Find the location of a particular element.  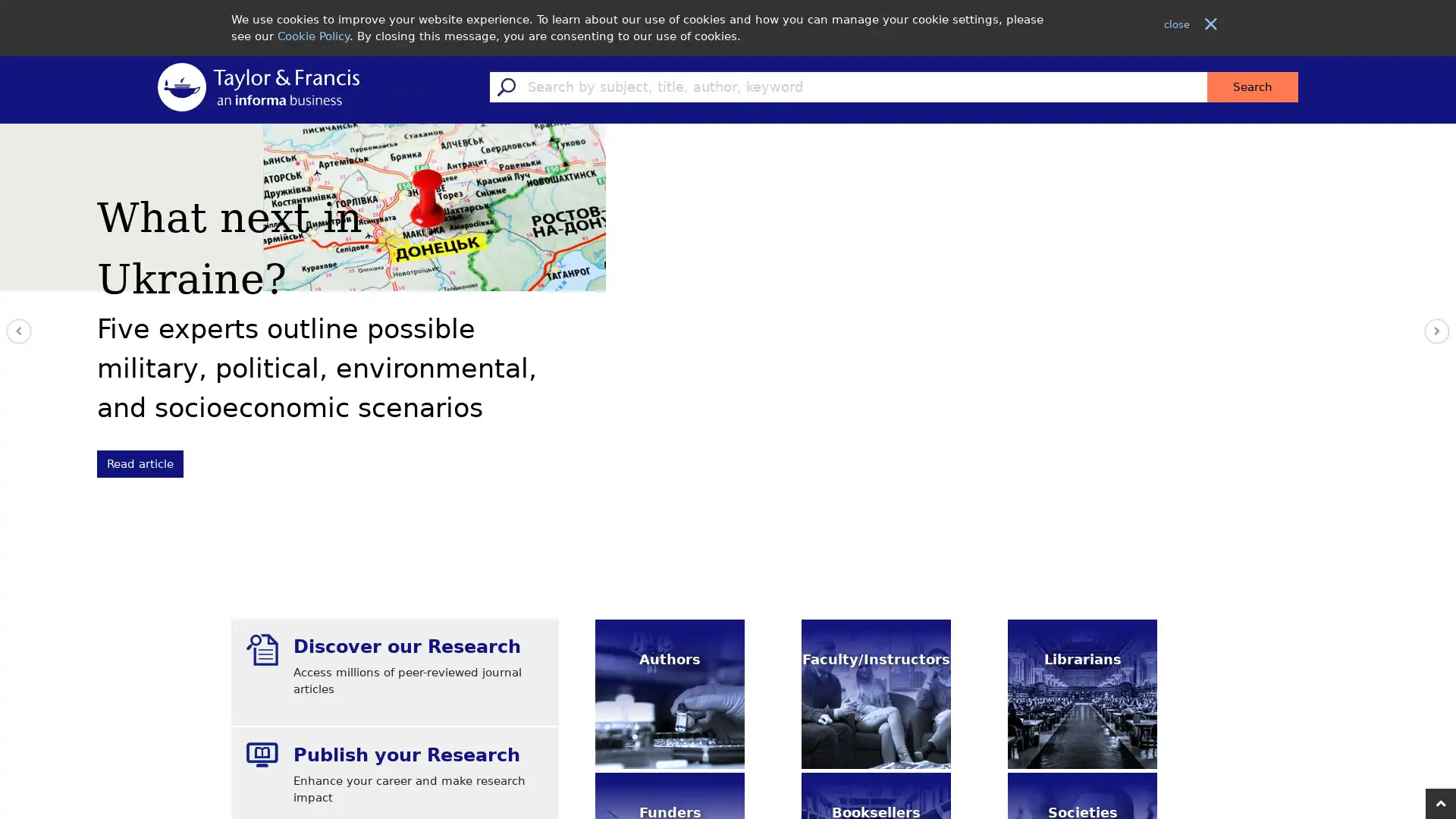

Search is located at coordinates (1252, 86).